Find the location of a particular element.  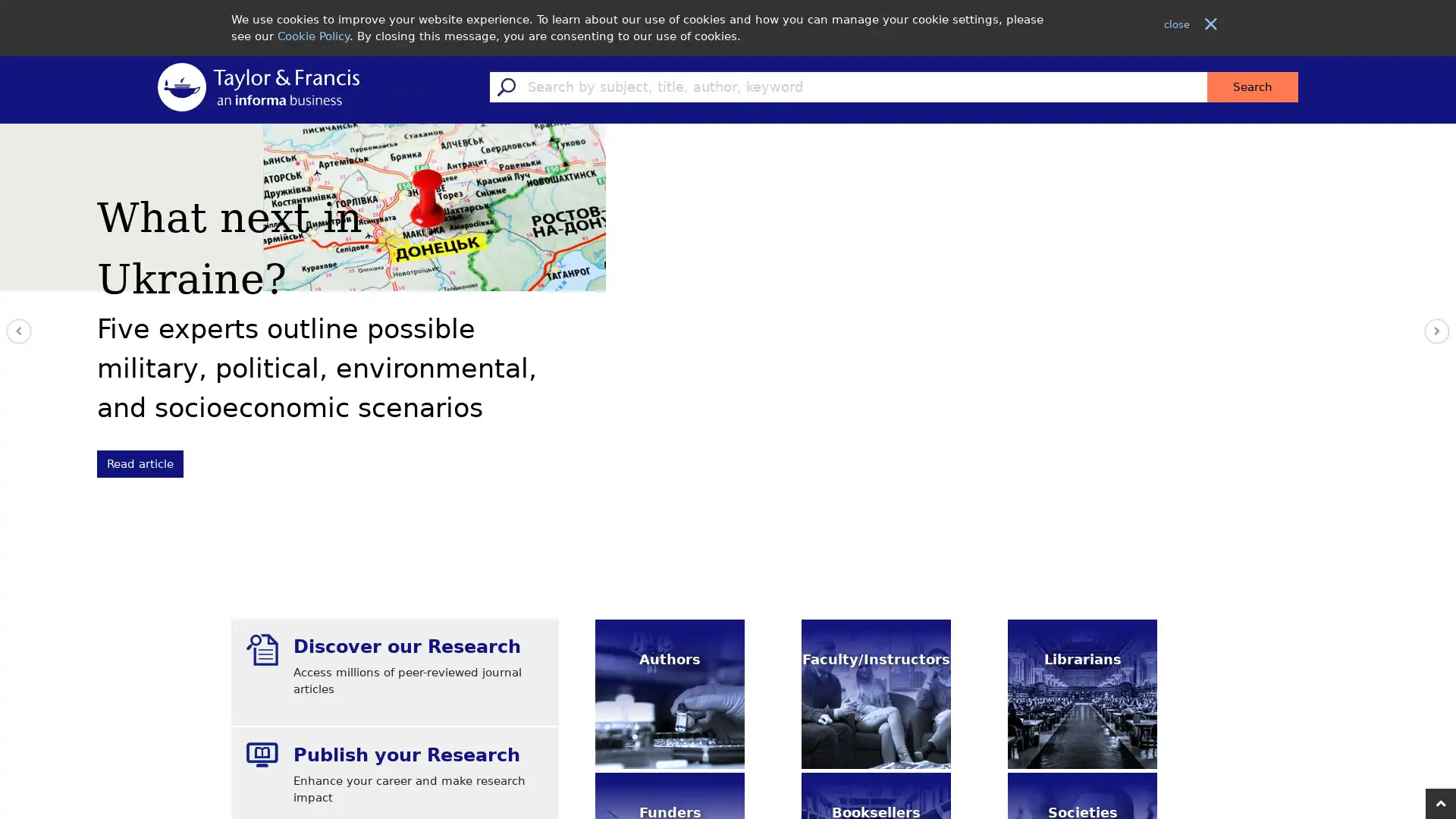

Search is located at coordinates (1252, 86).